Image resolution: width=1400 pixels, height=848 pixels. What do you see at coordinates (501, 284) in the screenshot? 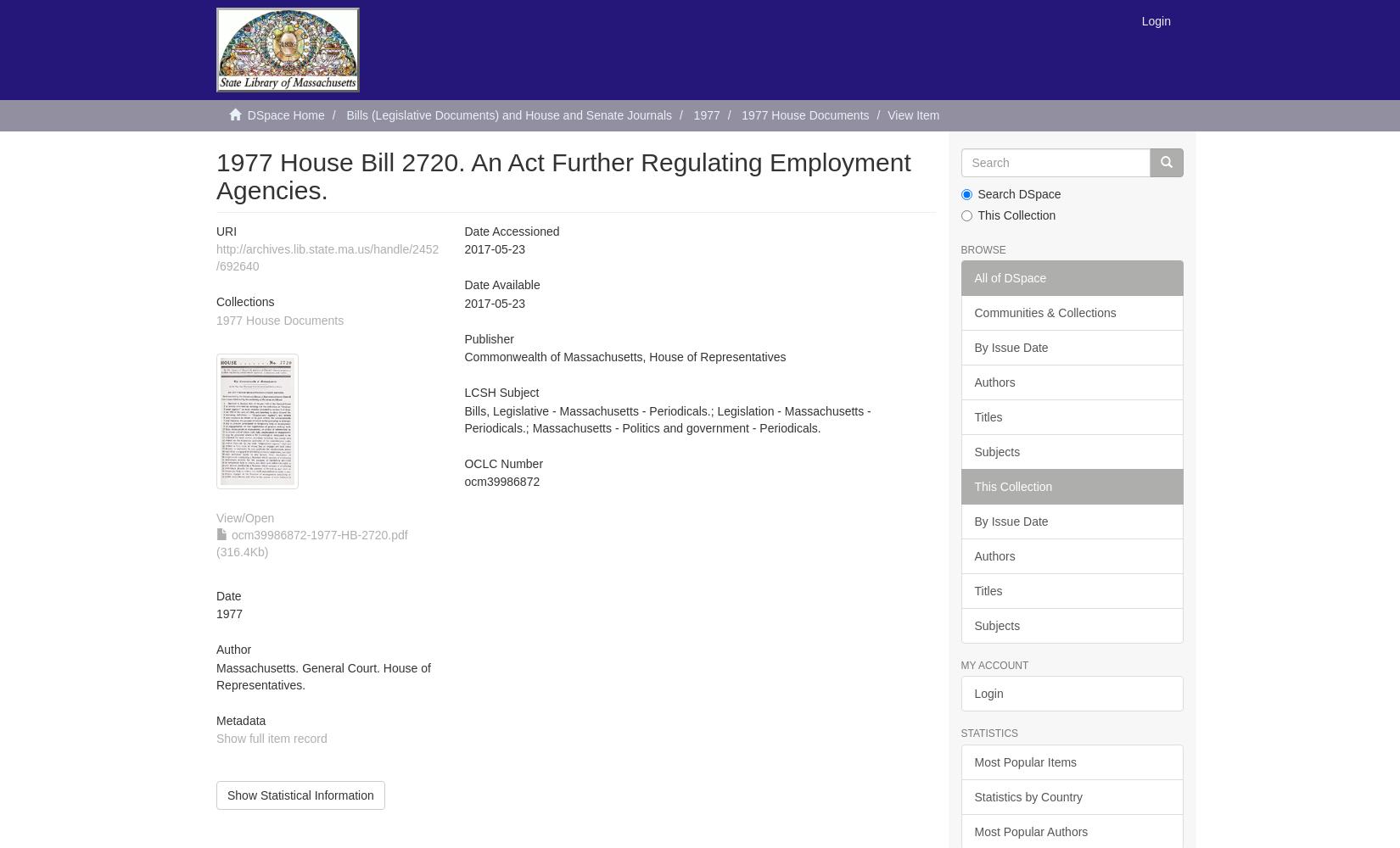
I see `'Date Available'` at bounding box center [501, 284].